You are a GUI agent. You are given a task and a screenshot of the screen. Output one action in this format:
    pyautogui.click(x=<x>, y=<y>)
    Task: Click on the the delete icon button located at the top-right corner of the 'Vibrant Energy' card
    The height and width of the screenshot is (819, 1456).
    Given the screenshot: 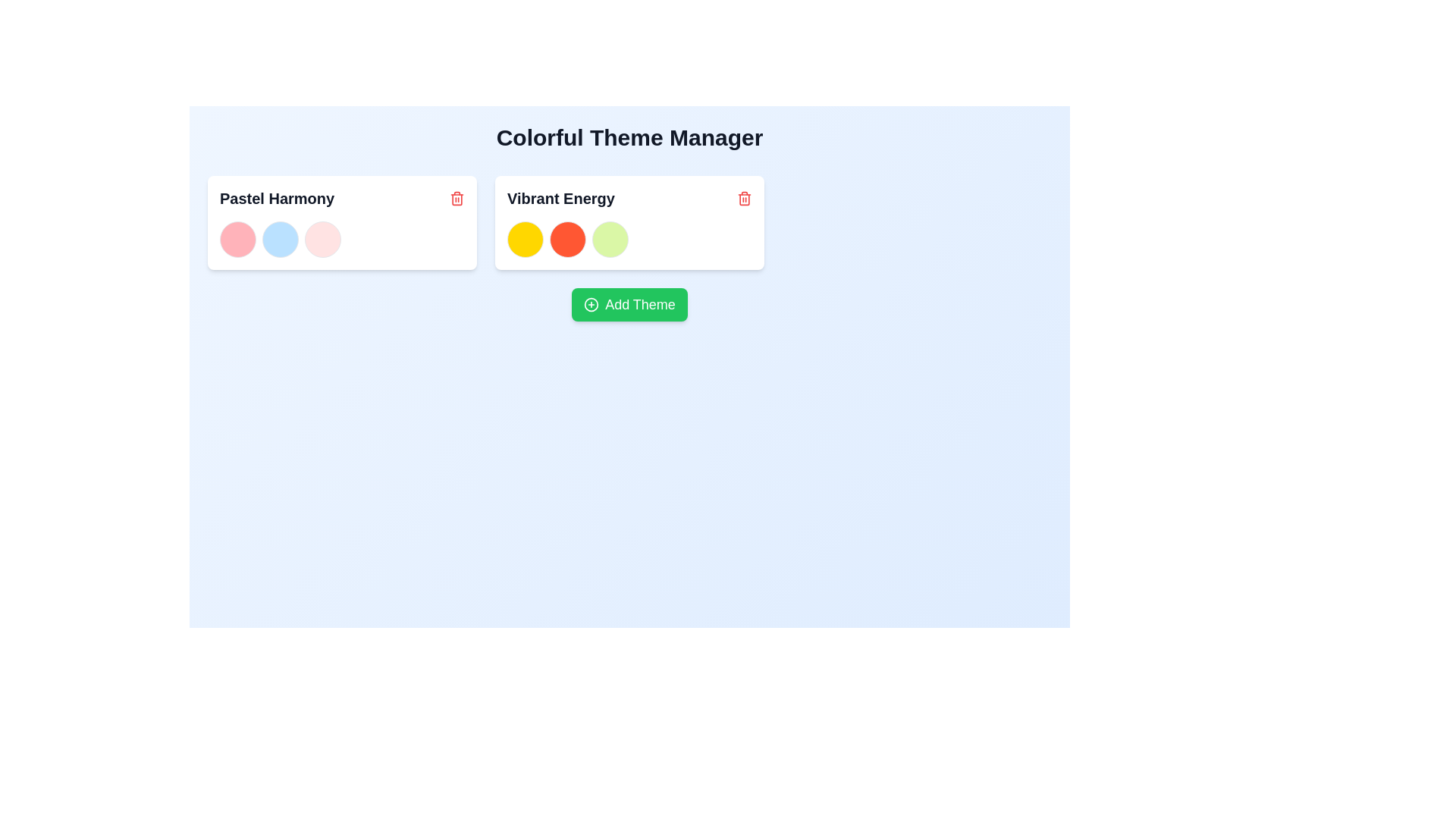 What is the action you would take?
    pyautogui.click(x=745, y=198)
    